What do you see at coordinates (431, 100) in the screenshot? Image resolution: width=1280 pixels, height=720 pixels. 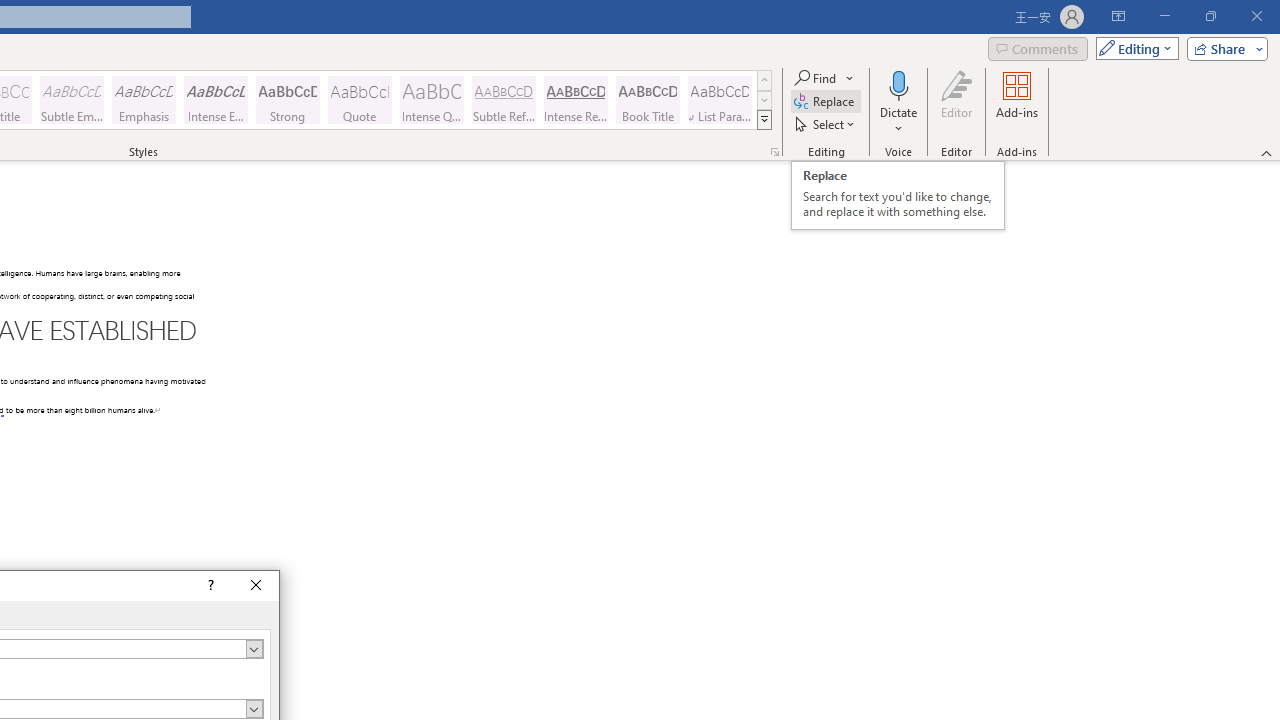 I see `'Intense Quote'` at bounding box center [431, 100].